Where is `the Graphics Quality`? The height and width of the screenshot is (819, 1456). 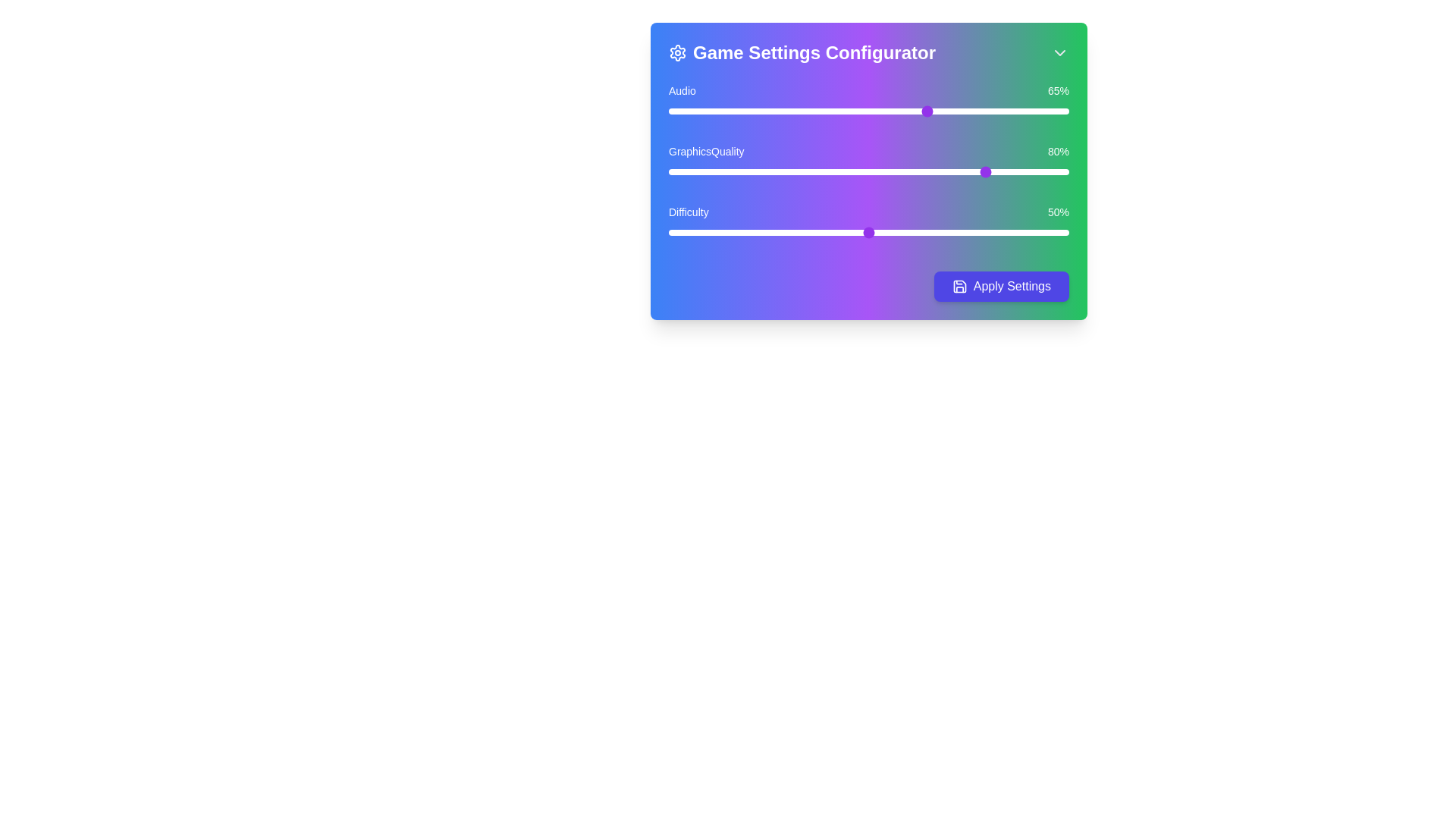
the Graphics Quality is located at coordinates (679, 171).